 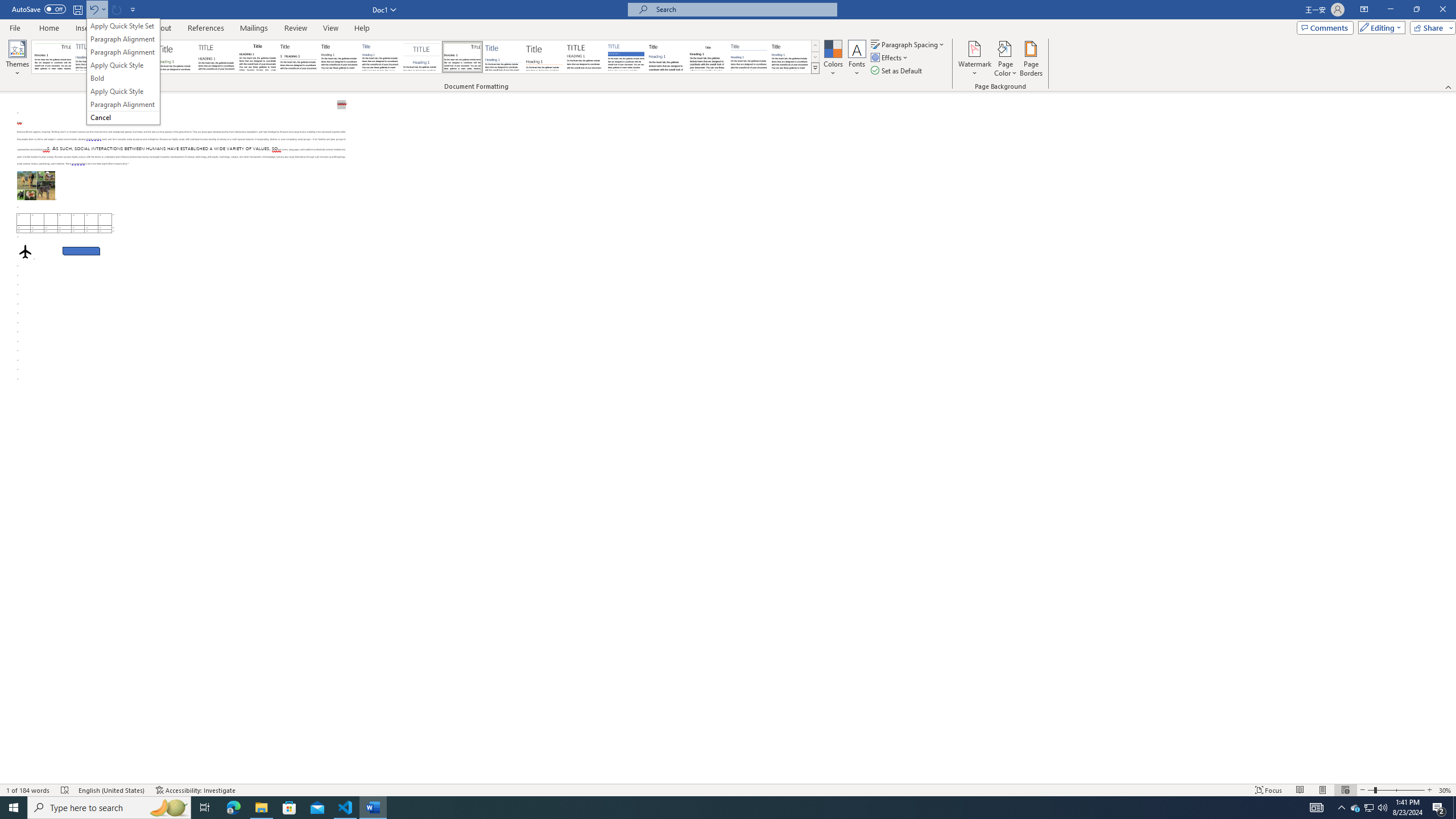 What do you see at coordinates (544, 56) in the screenshot?
I see `'Lines (Stylish)'` at bounding box center [544, 56].